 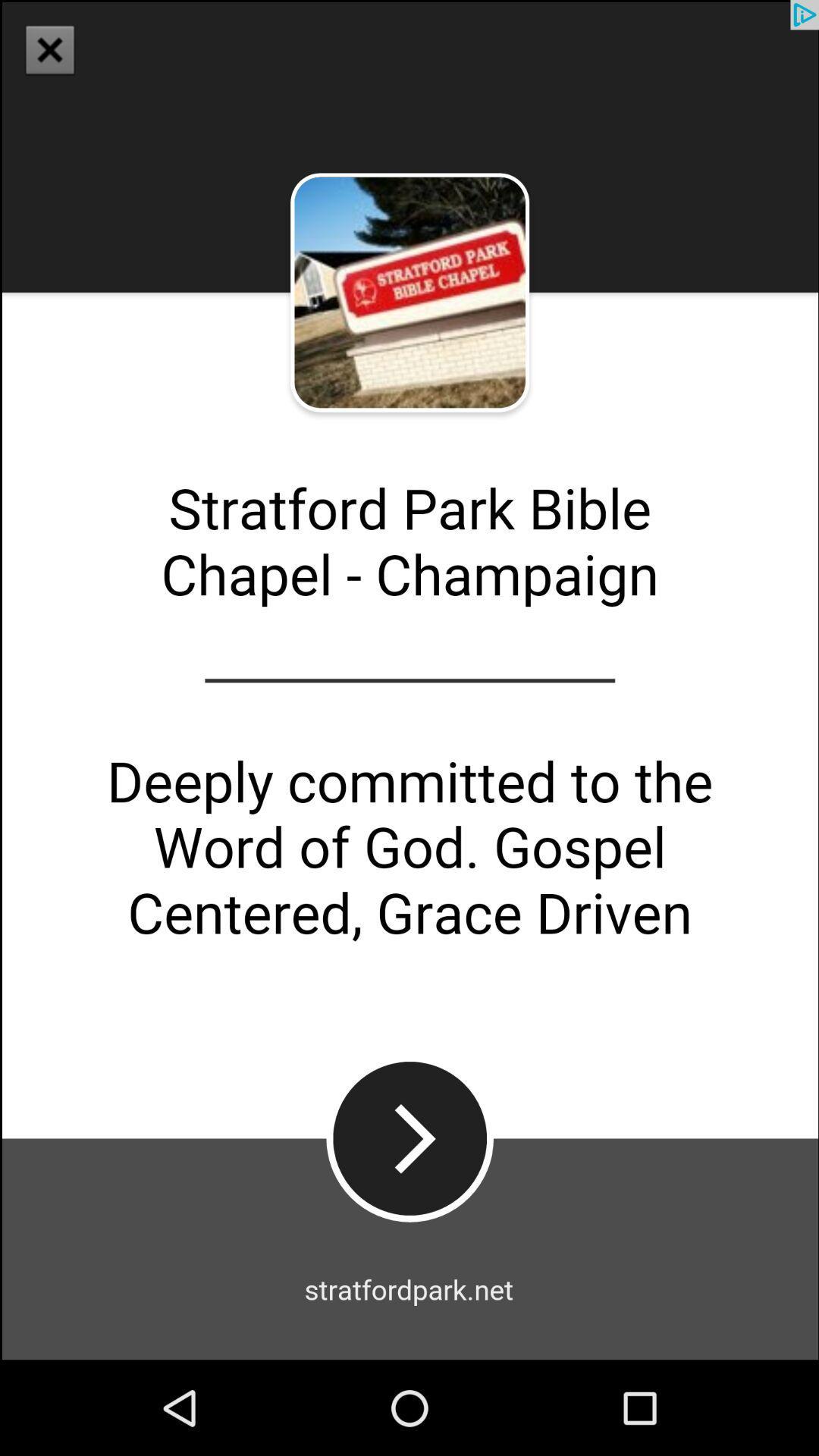 What do you see at coordinates (49, 53) in the screenshot?
I see `the close icon` at bounding box center [49, 53].